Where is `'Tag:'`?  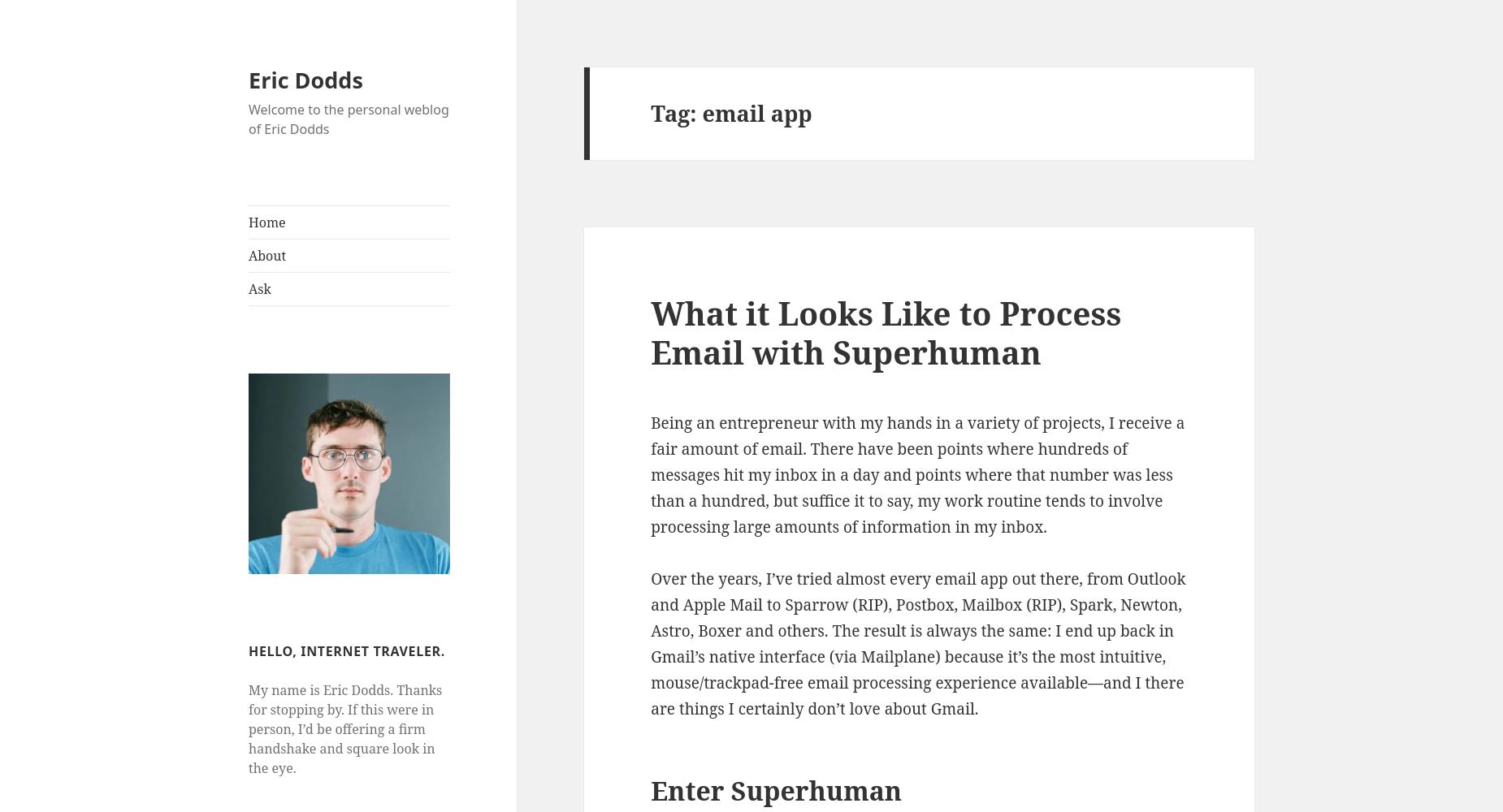
'Tag:' is located at coordinates (676, 112).